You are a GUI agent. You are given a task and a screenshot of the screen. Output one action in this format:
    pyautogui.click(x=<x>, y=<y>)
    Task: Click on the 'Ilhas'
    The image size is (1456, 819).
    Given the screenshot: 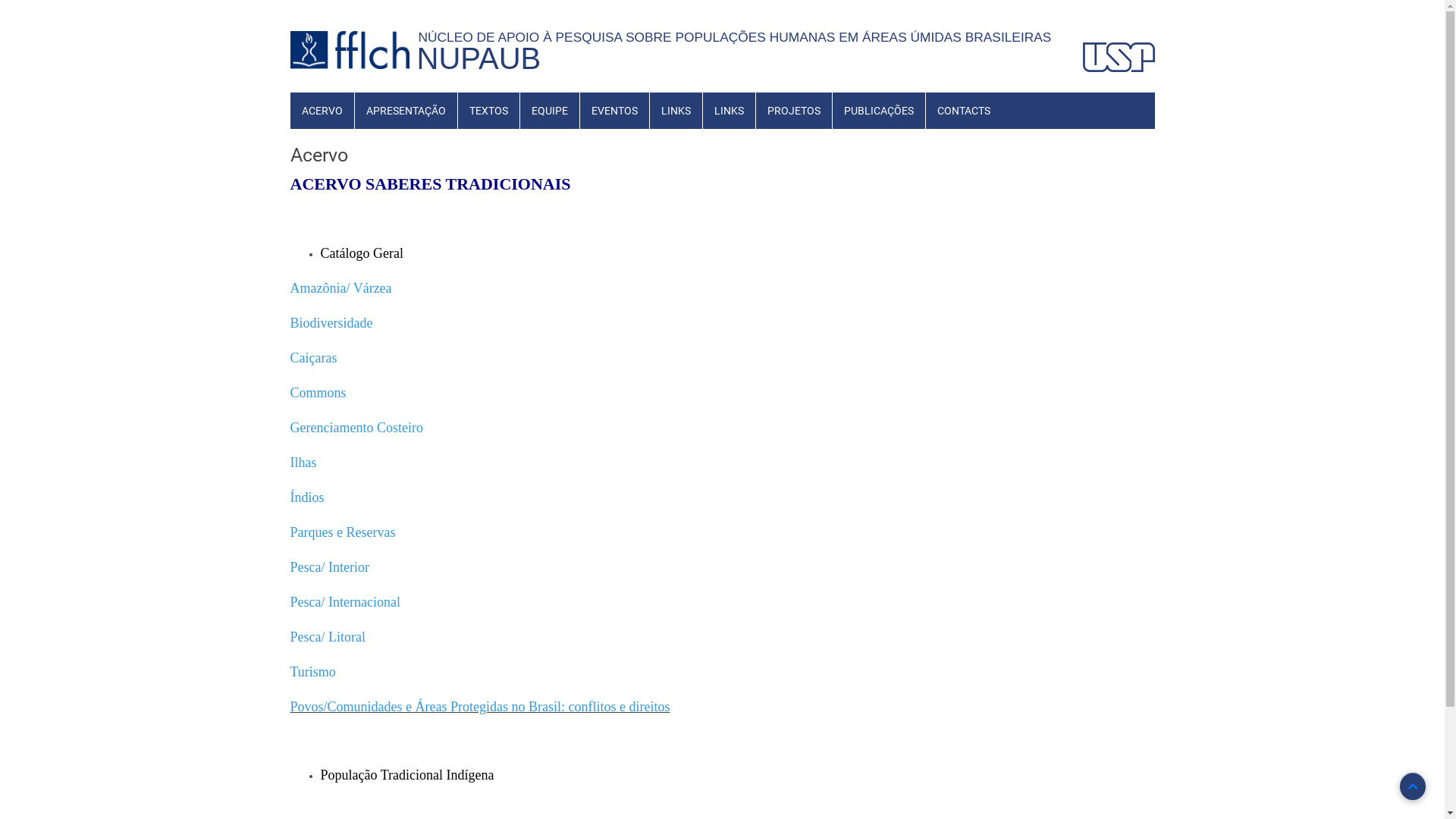 What is the action you would take?
    pyautogui.click(x=303, y=463)
    